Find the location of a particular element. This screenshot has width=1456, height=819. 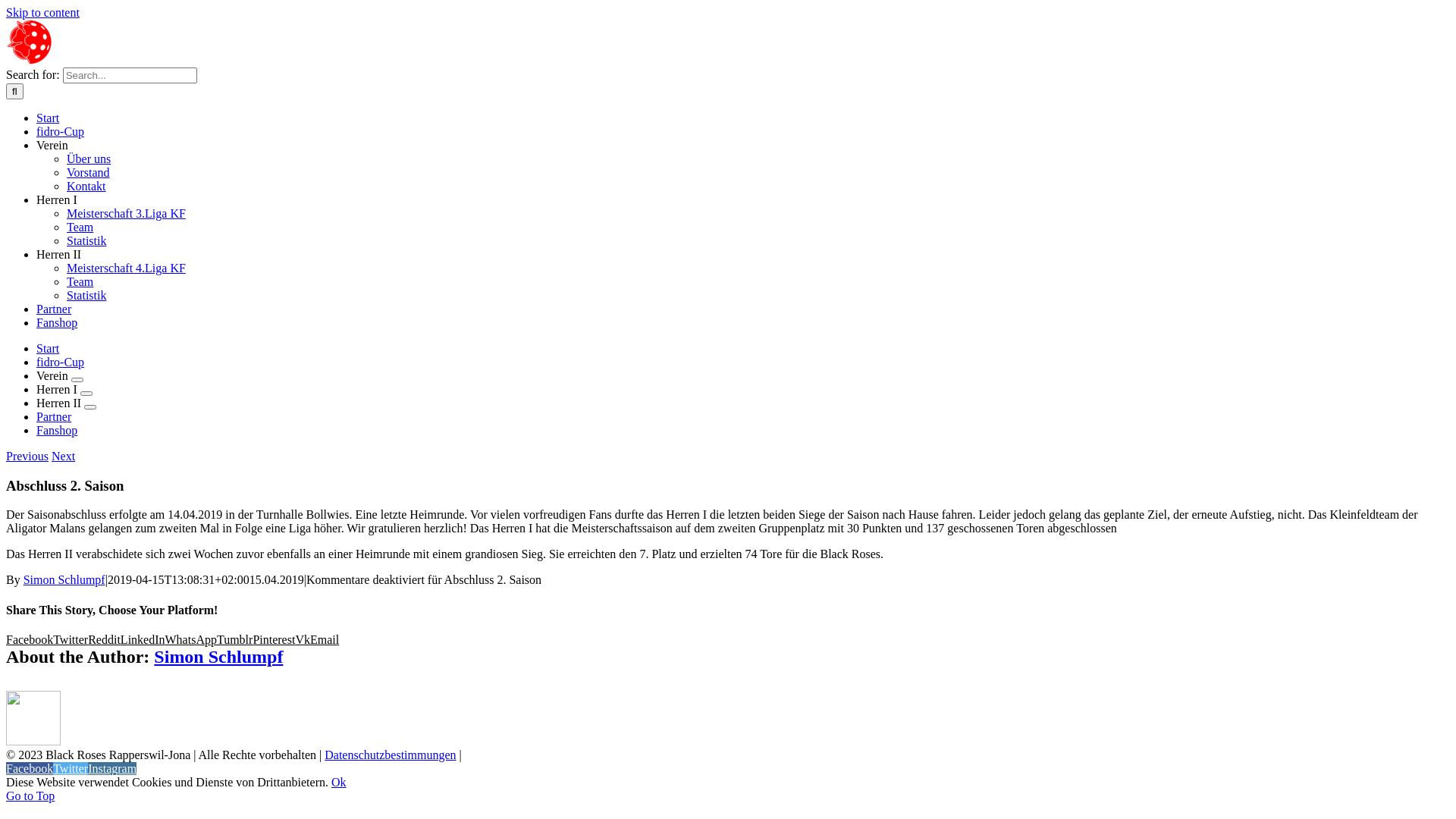

'Reddit' is located at coordinates (86, 639).